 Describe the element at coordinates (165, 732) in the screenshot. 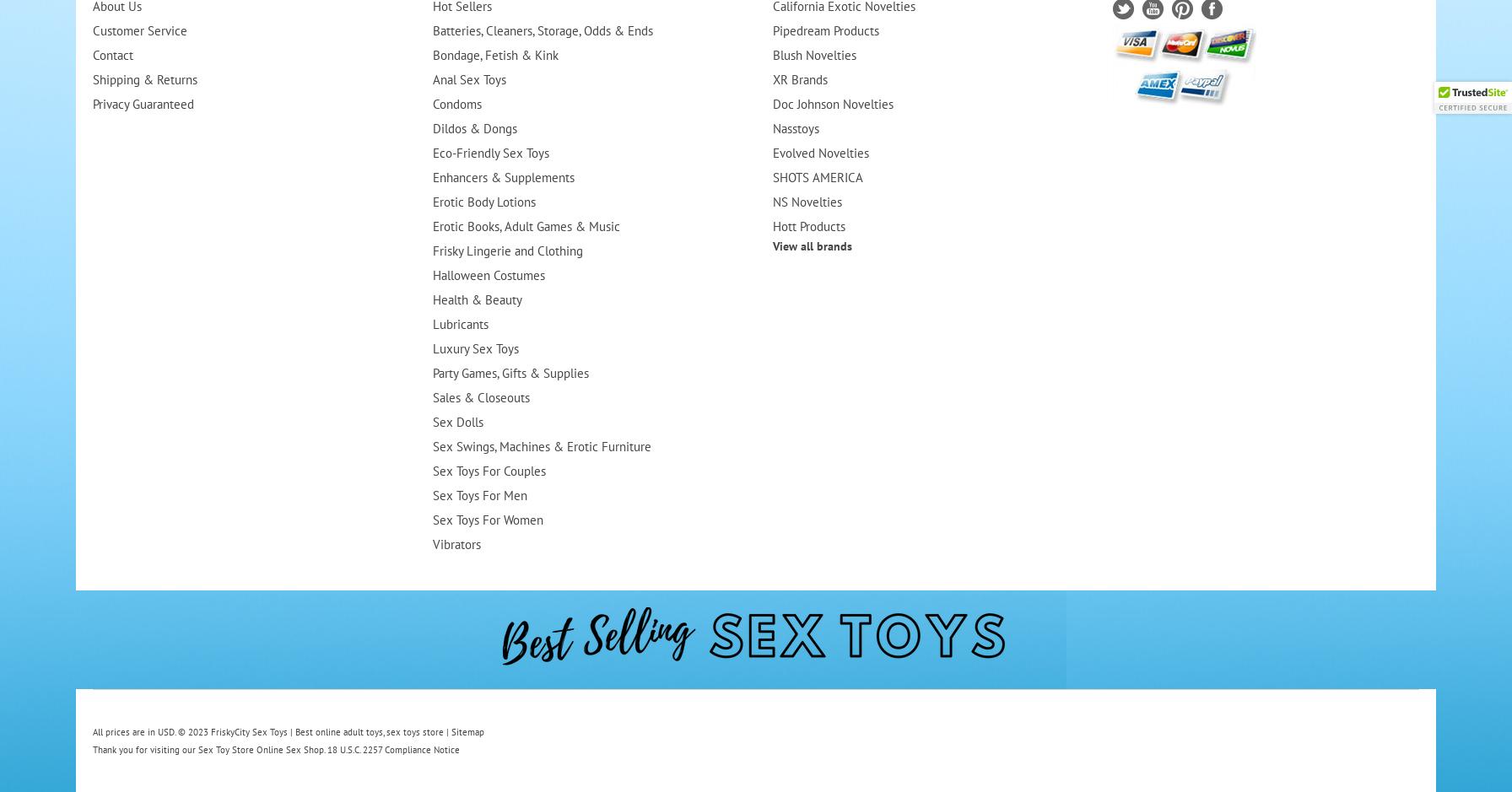

I see `'USD'` at that location.